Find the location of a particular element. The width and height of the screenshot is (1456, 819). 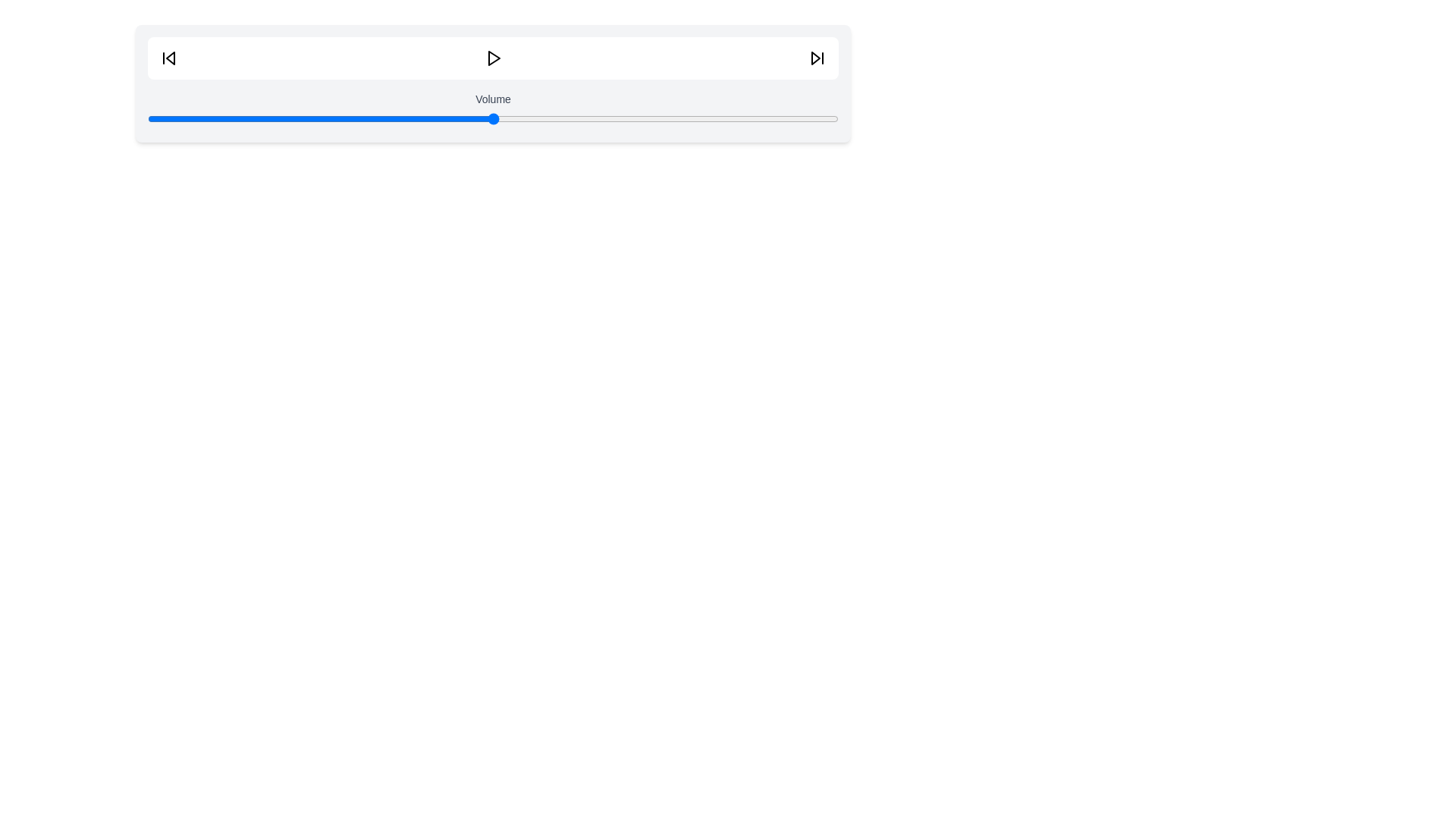

the volume level is located at coordinates (596, 118).